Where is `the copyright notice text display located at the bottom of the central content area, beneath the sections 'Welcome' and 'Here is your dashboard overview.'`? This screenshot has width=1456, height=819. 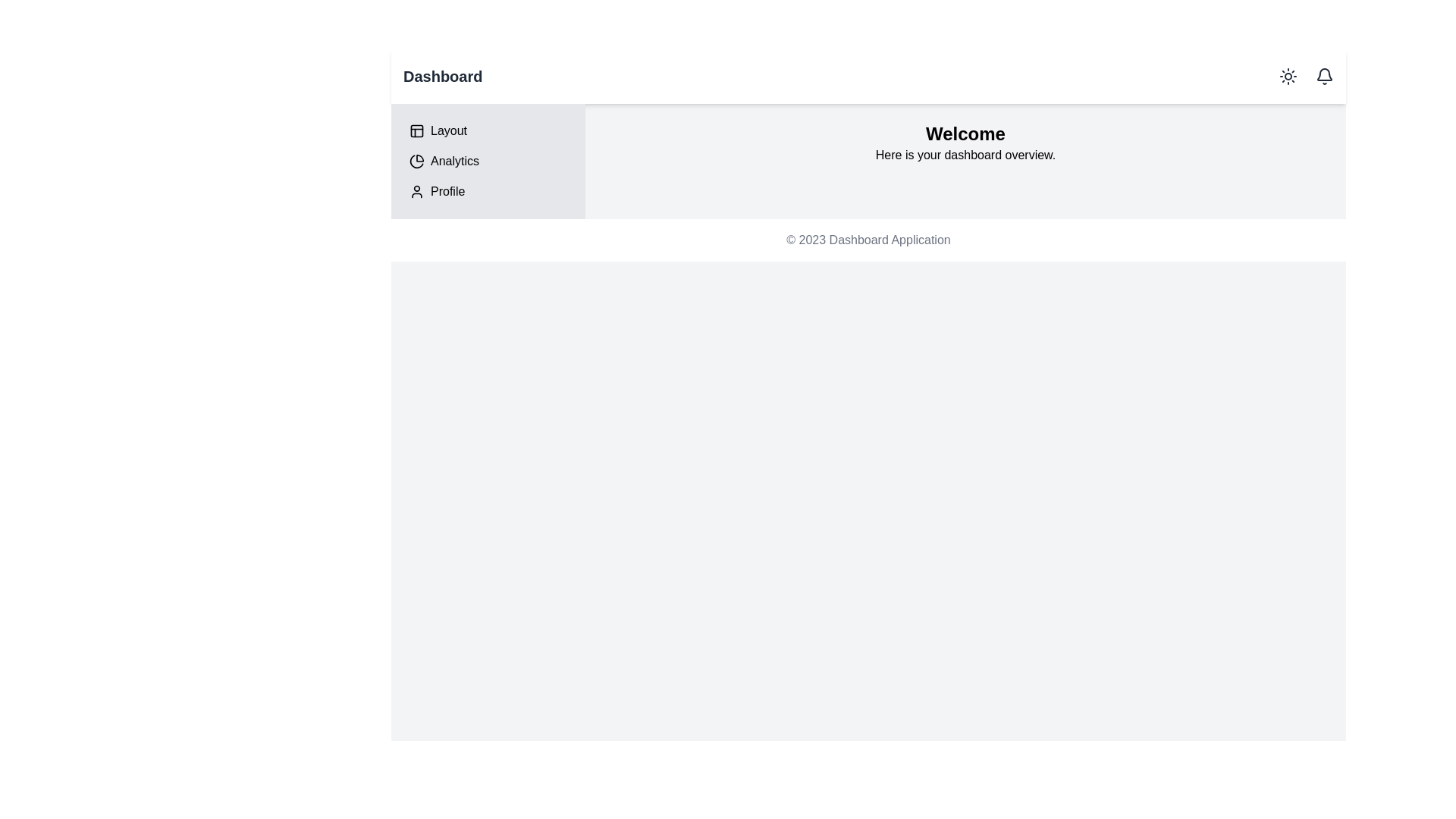
the copyright notice text display located at the bottom of the central content area, beneath the sections 'Welcome' and 'Here is your dashboard overview.' is located at coordinates (868, 239).